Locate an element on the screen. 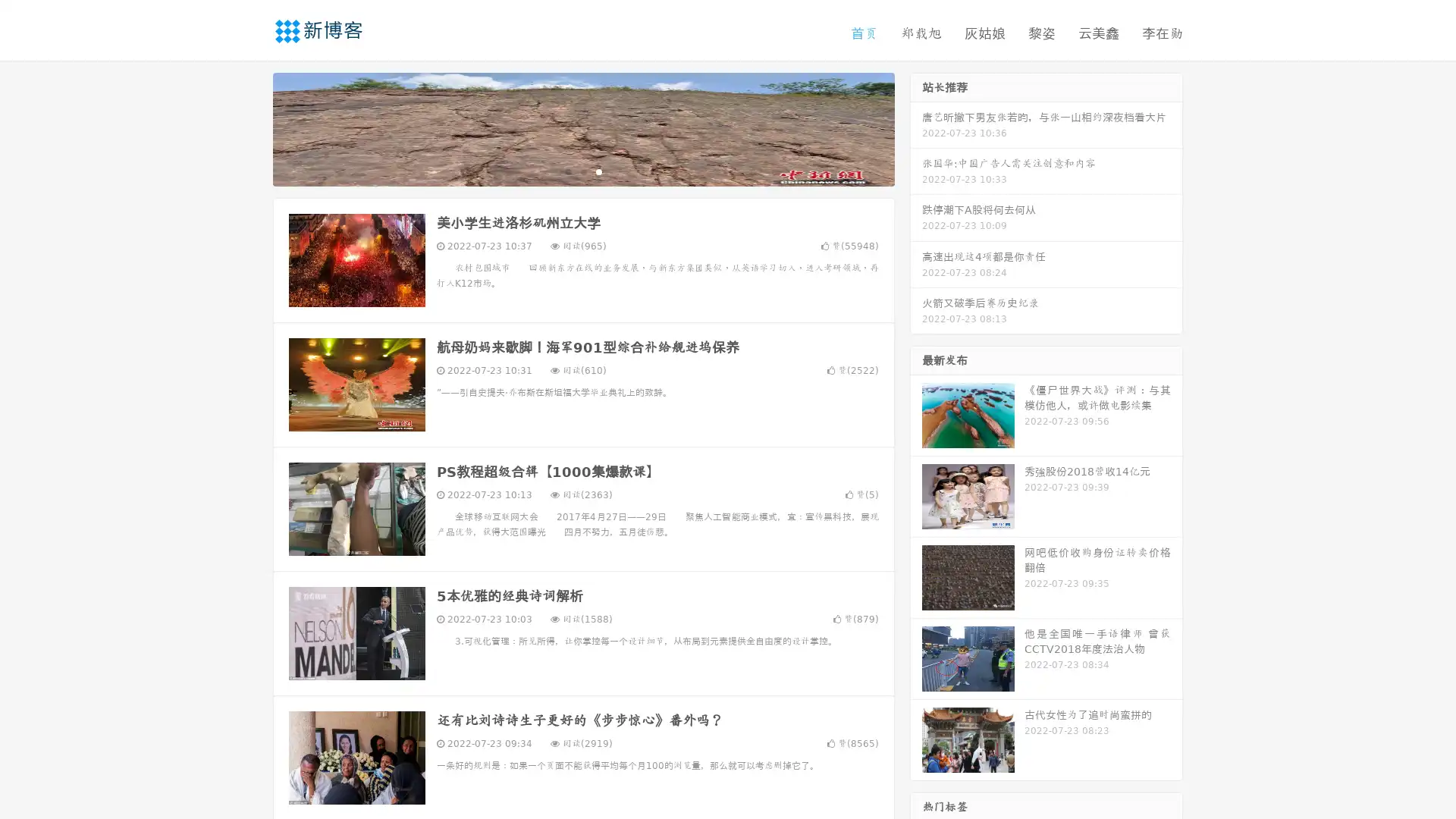 The image size is (1456, 819). Go to slide 1 is located at coordinates (567, 171).